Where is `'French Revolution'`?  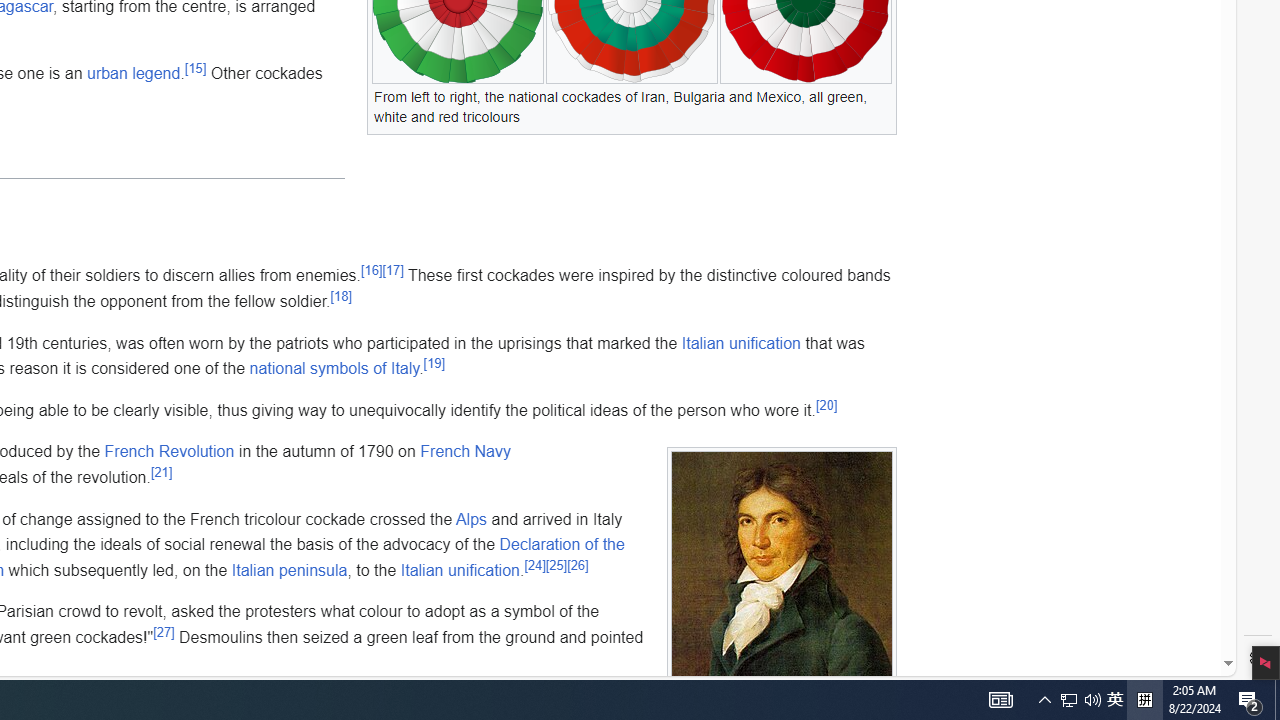
'French Revolution' is located at coordinates (169, 451).